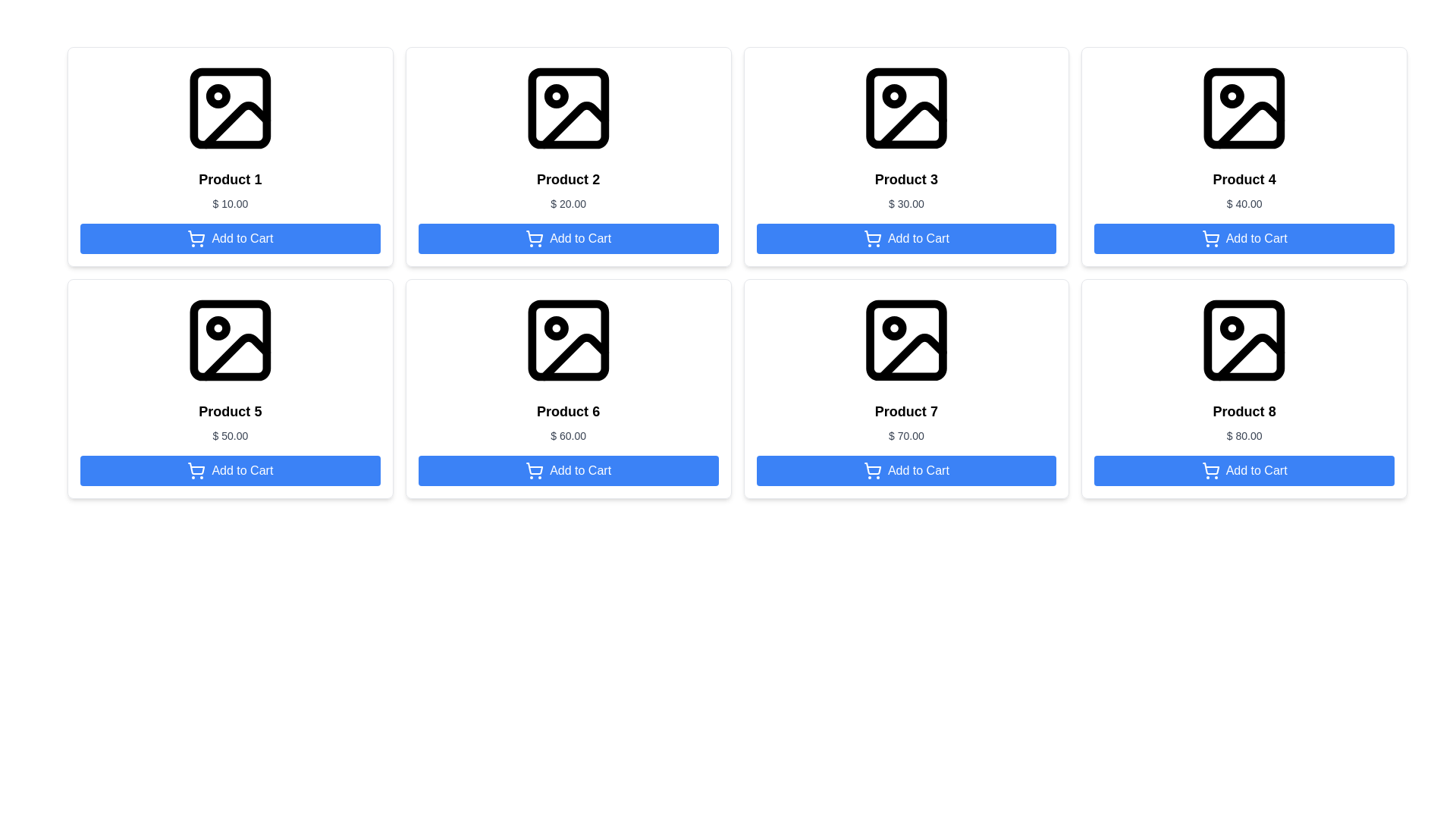  What do you see at coordinates (1244, 339) in the screenshot?
I see `the icon resembling a simplified image placeholder, which features a square frame with a curved line and a small circular element inside, located at the top area of the 'Product 8' card in the bottom right of a 2x4 grid` at bounding box center [1244, 339].